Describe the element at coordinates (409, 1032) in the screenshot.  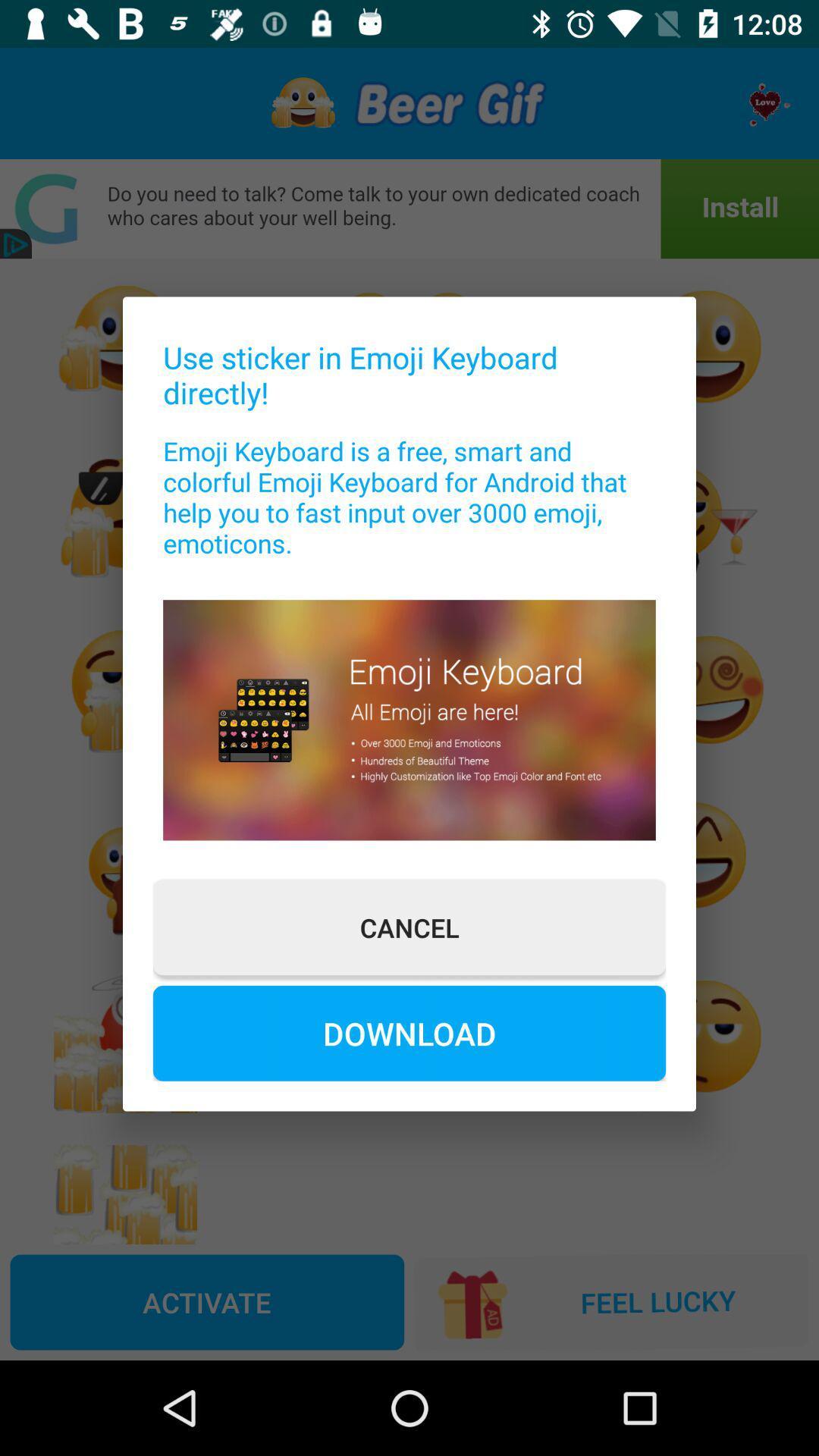
I see `download at the bottom` at that location.